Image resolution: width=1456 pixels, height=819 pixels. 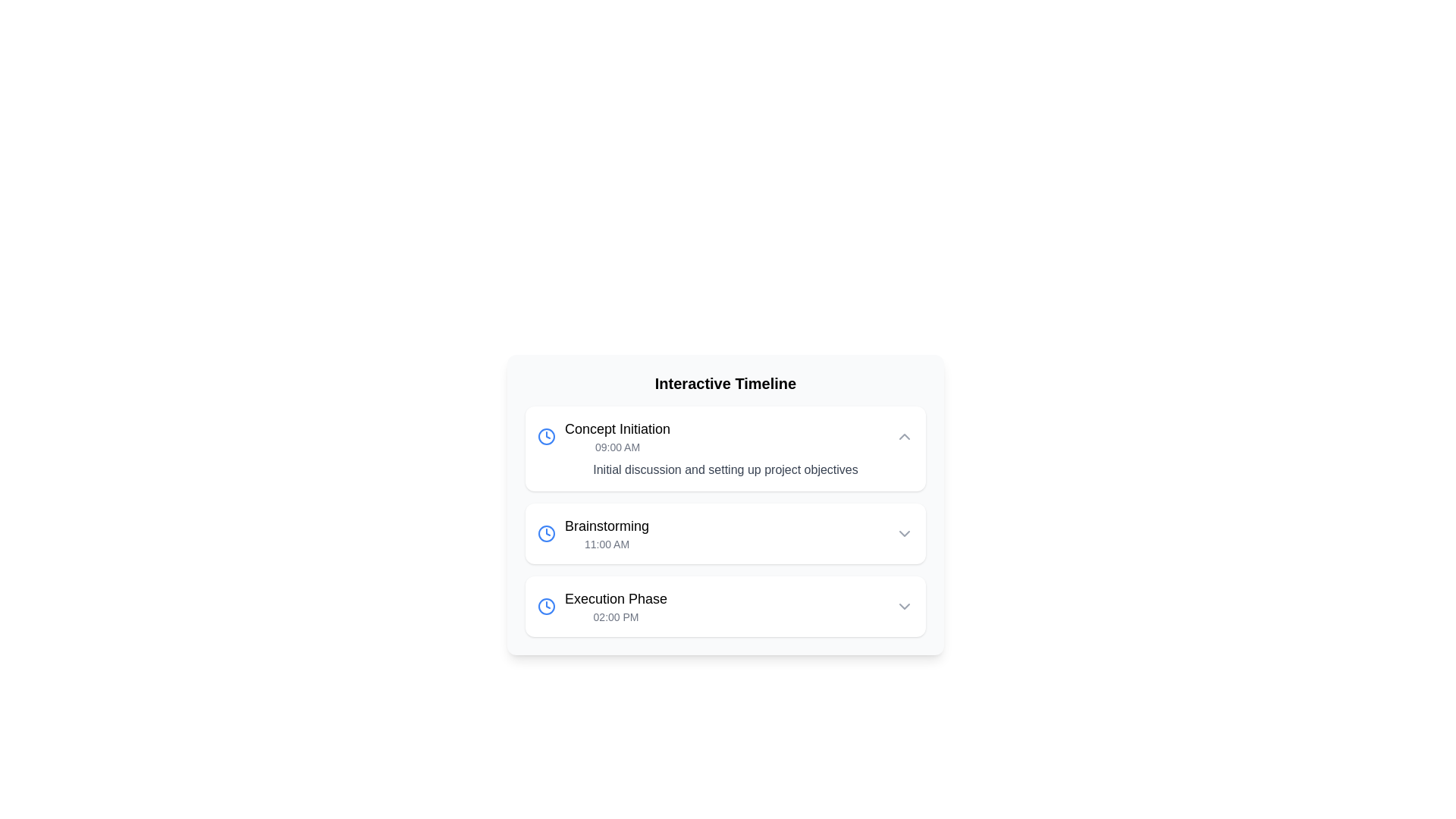 What do you see at coordinates (607, 526) in the screenshot?
I see `the 'Brainstorming' text label to interact with the linked content in the timeline interface, positioned above '11:00 AM'` at bounding box center [607, 526].